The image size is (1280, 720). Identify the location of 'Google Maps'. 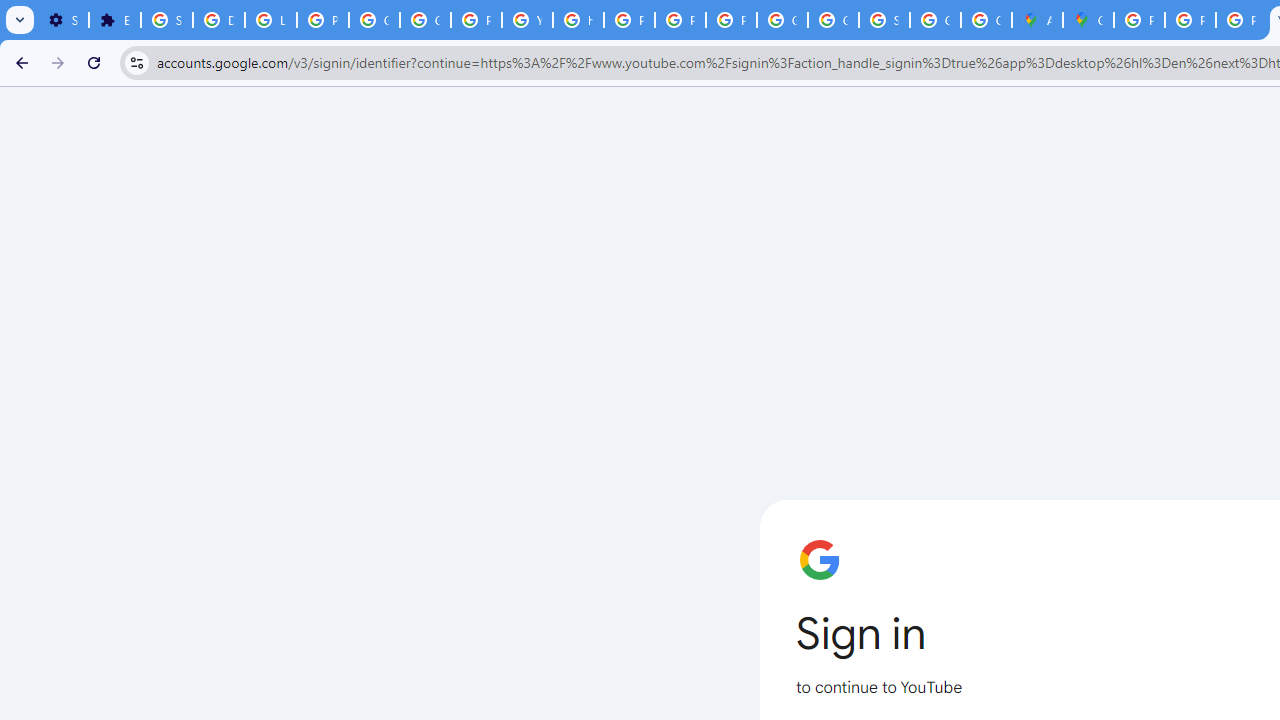
(1087, 20).